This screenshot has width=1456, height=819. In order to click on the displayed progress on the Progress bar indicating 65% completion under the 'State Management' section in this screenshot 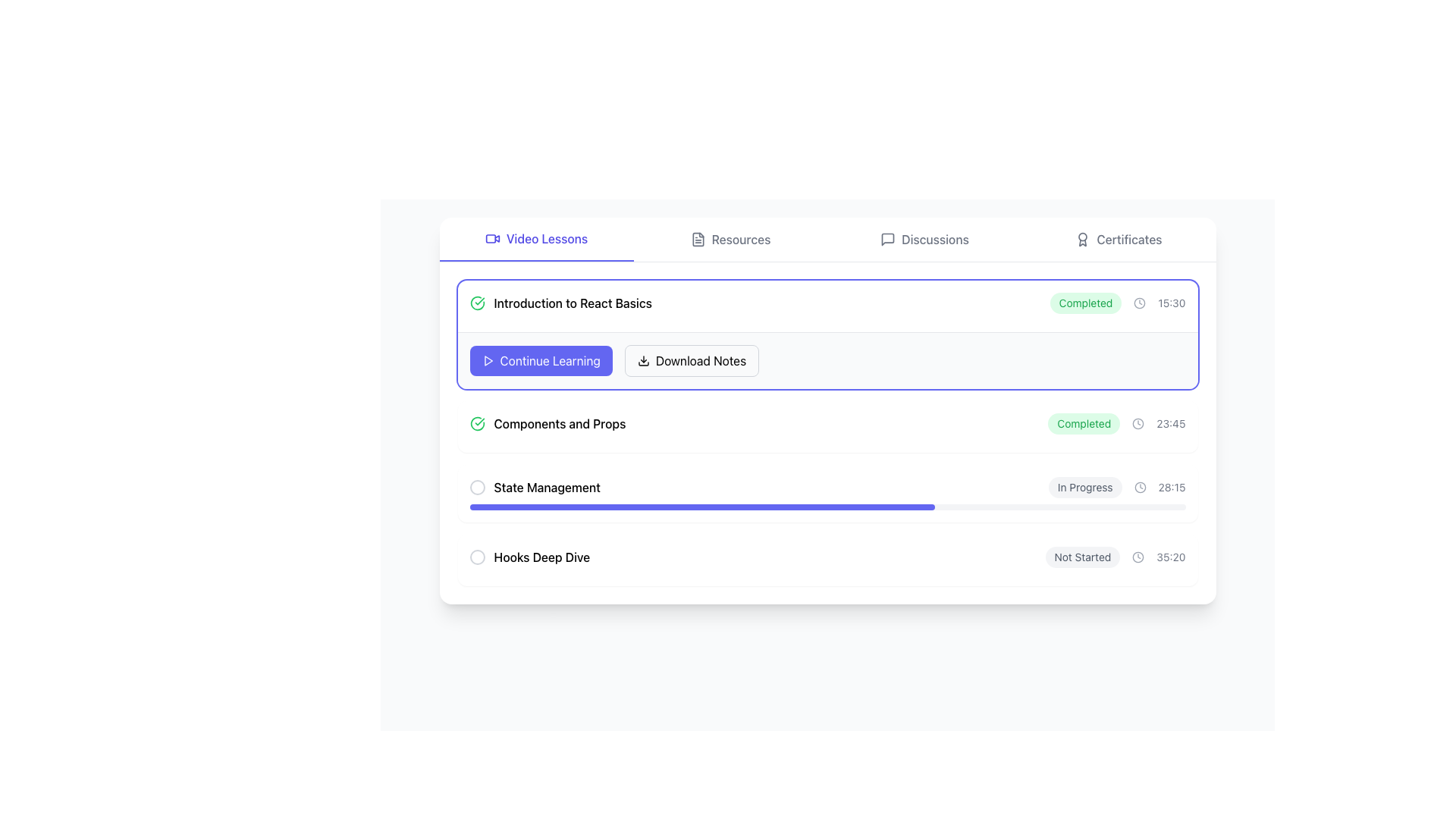, I will do `click(701, 507)`.